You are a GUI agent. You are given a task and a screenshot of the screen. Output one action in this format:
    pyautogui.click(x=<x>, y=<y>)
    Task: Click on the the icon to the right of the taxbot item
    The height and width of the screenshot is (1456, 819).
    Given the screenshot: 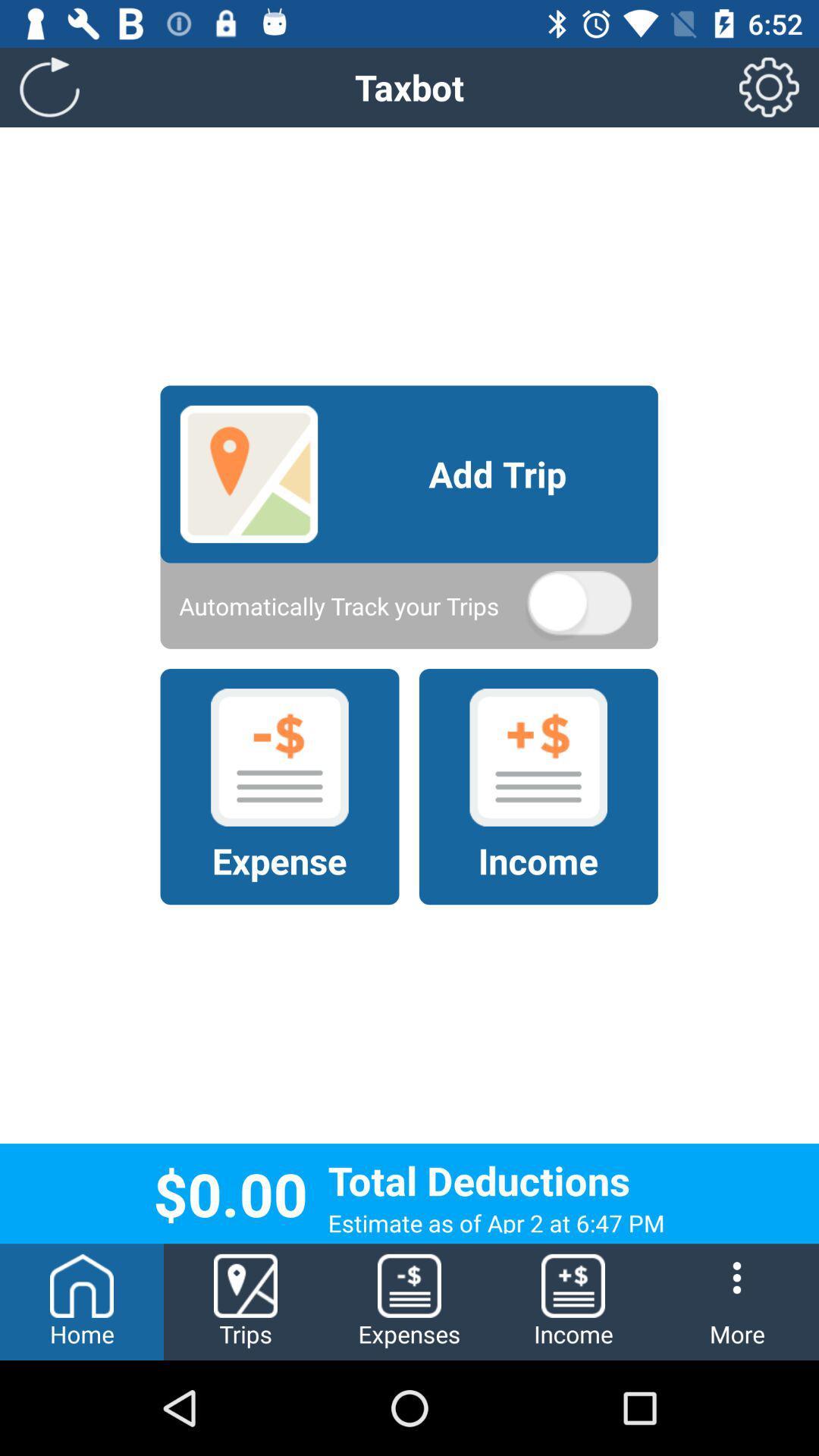 What is the action you would take?
    pyautogui.click(x=769, y=86)
    